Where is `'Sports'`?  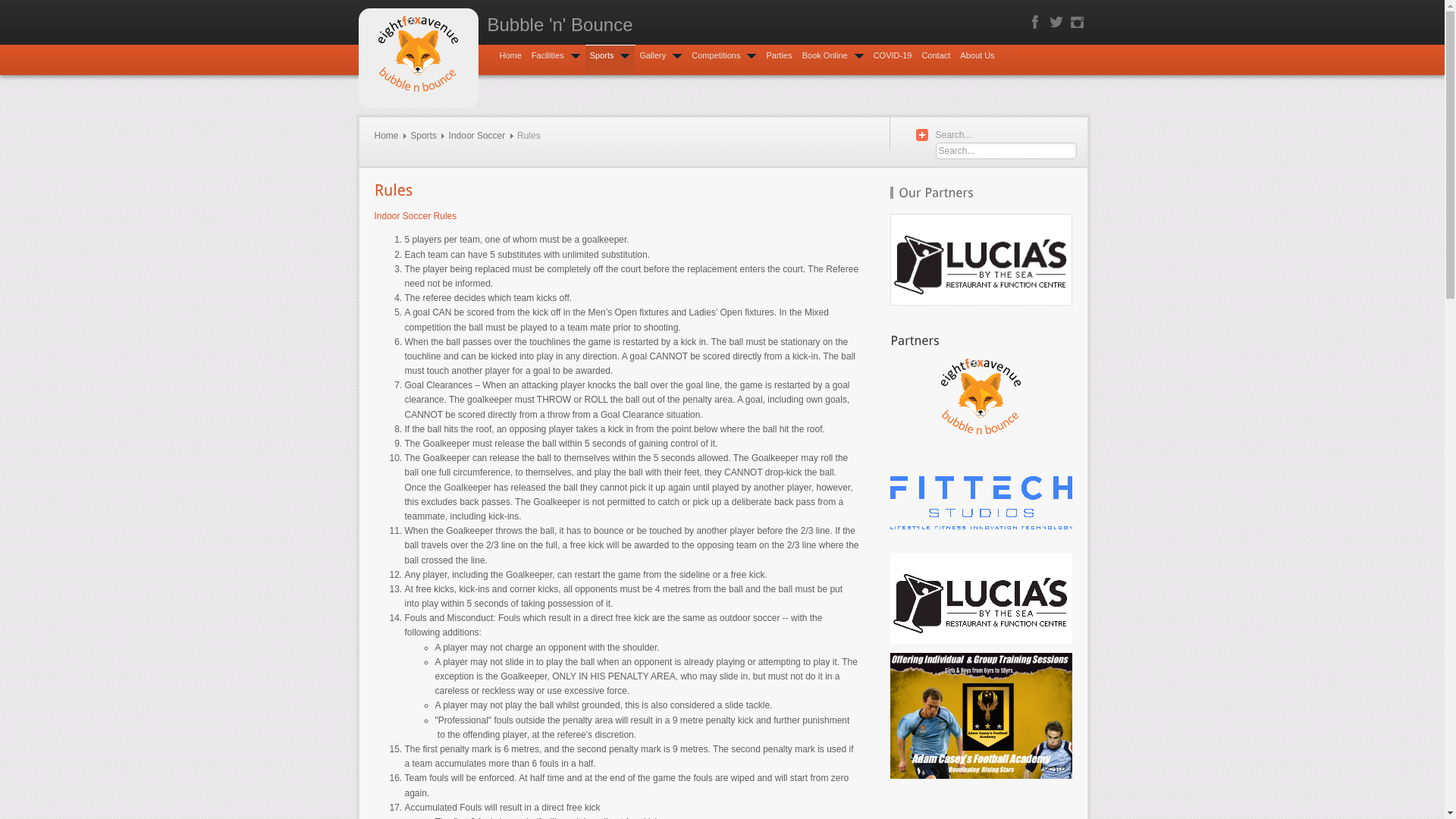
'Sports' is located at coordinates (423, 134).